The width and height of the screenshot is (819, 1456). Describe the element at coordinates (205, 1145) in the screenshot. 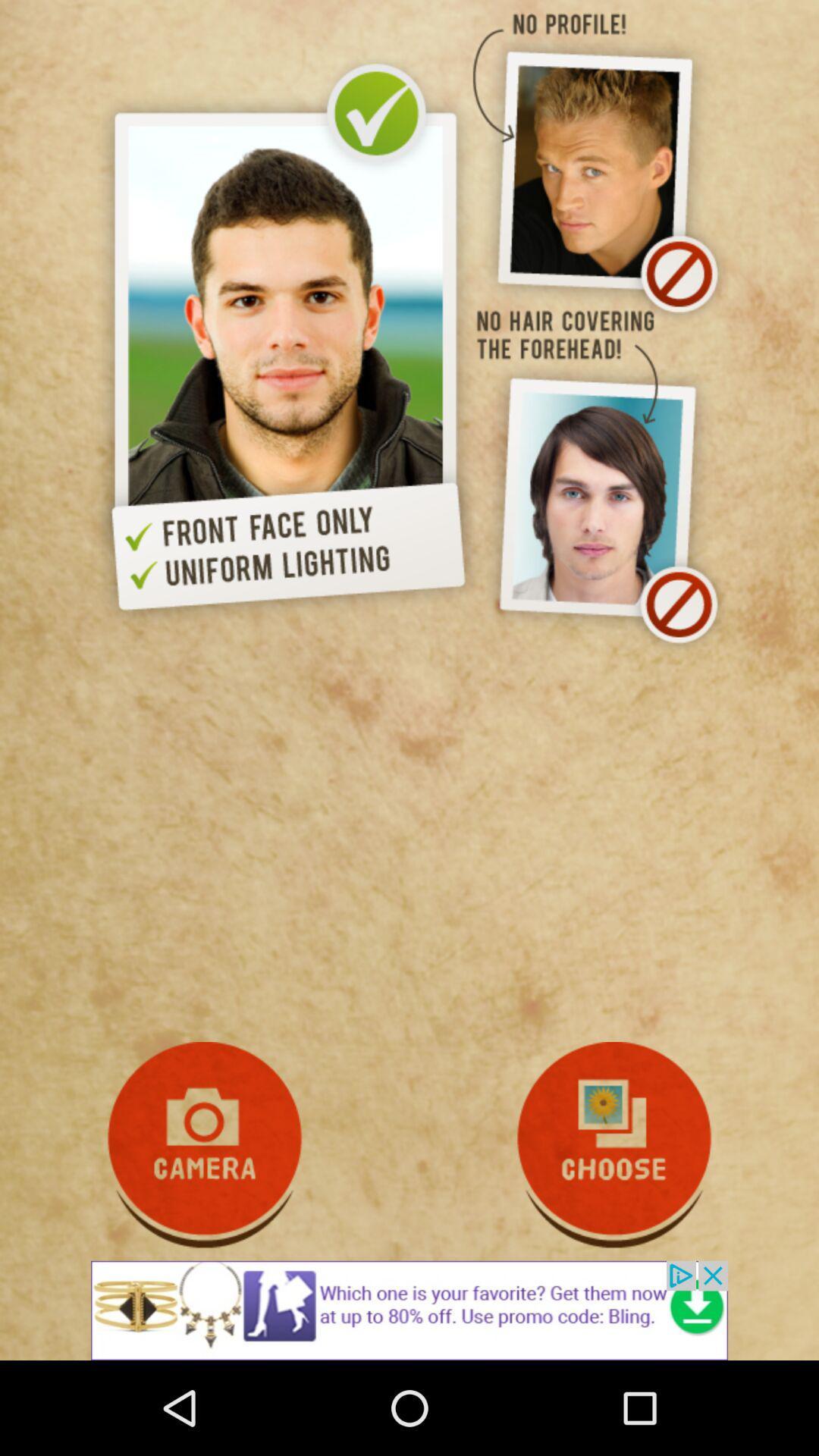

I see `open camera` at that location.